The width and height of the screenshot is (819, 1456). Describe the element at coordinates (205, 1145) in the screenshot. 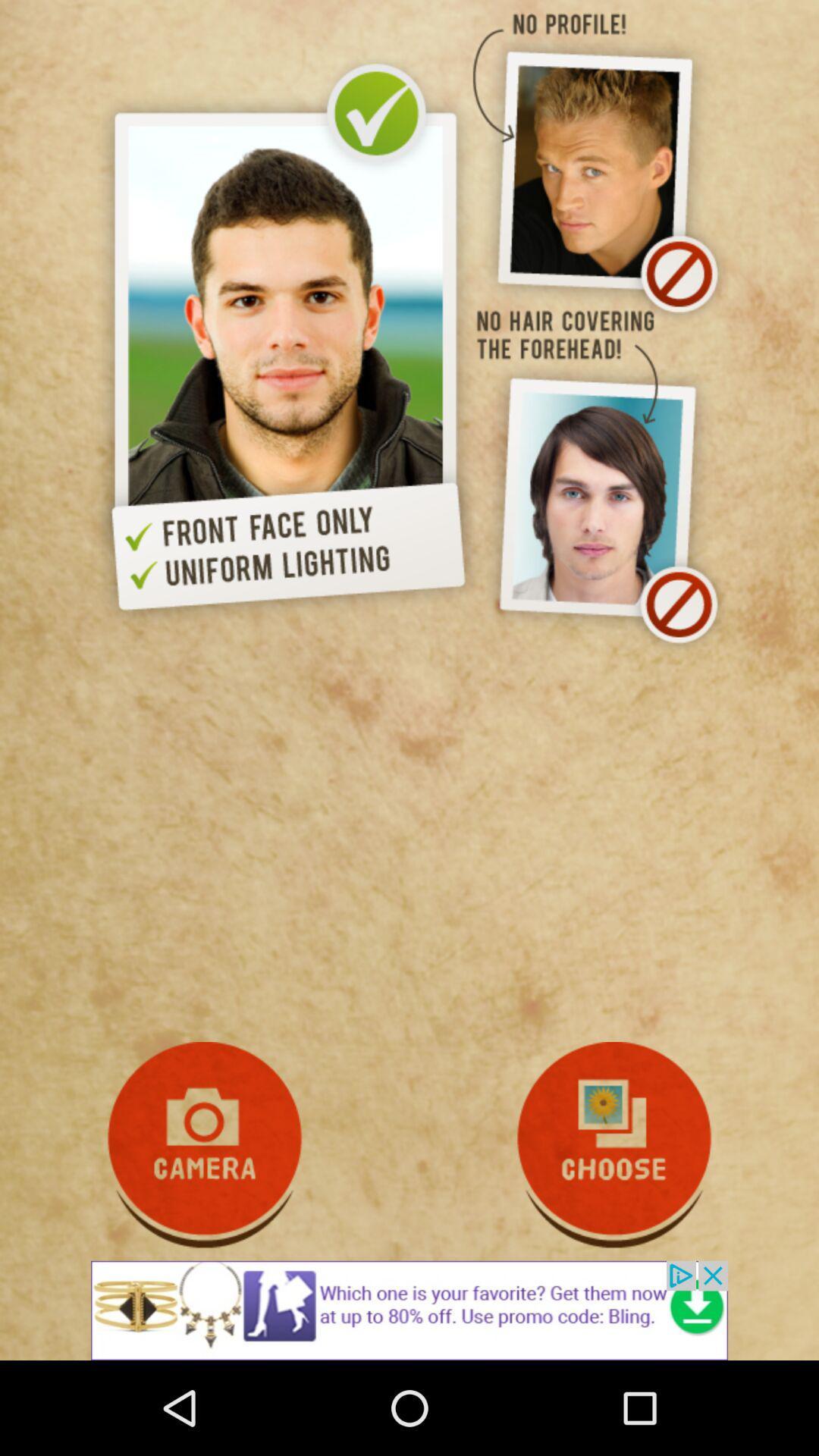

I see `open camera` at that location.